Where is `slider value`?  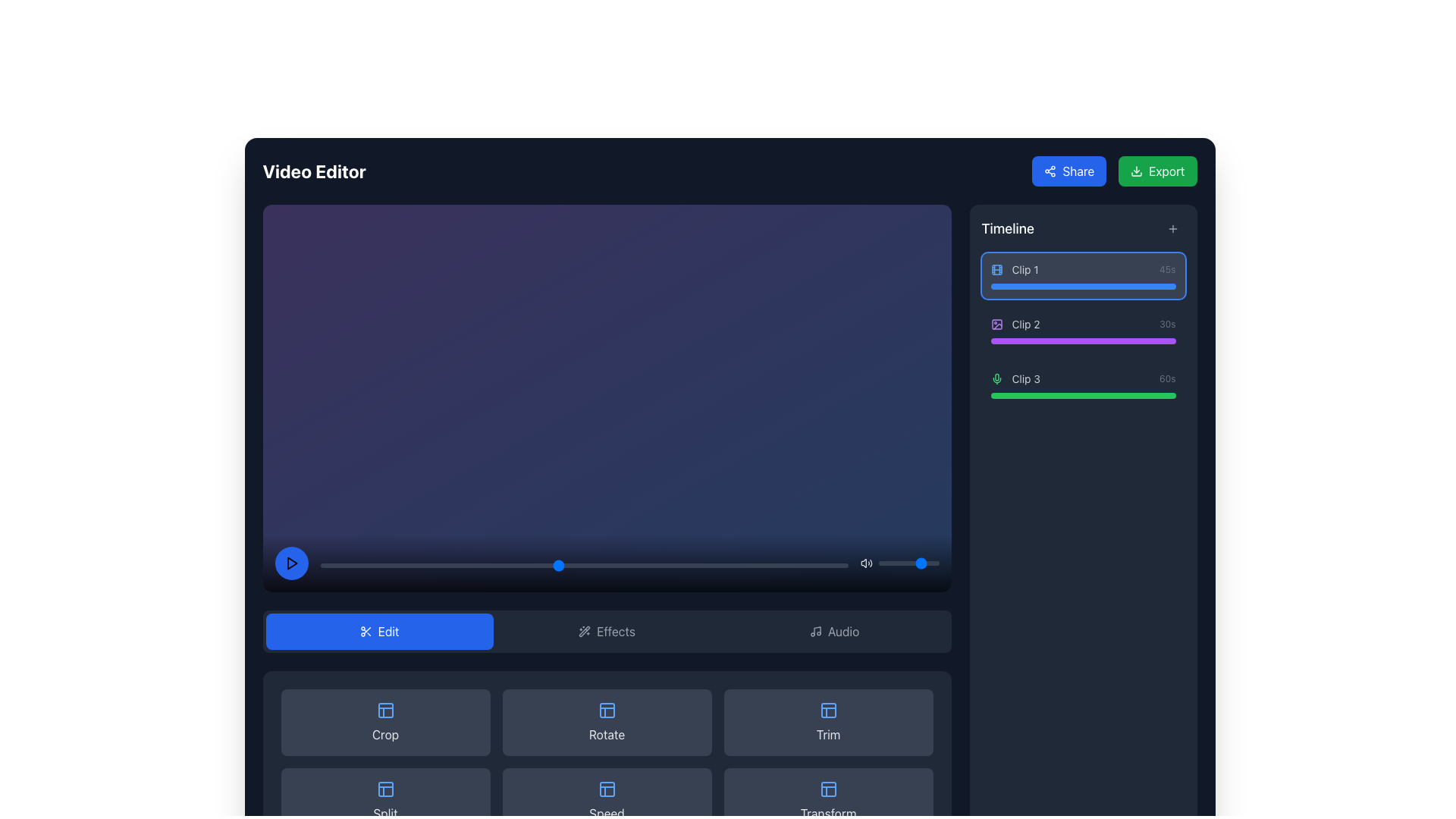
slider value is located at coordinates (457, 564).